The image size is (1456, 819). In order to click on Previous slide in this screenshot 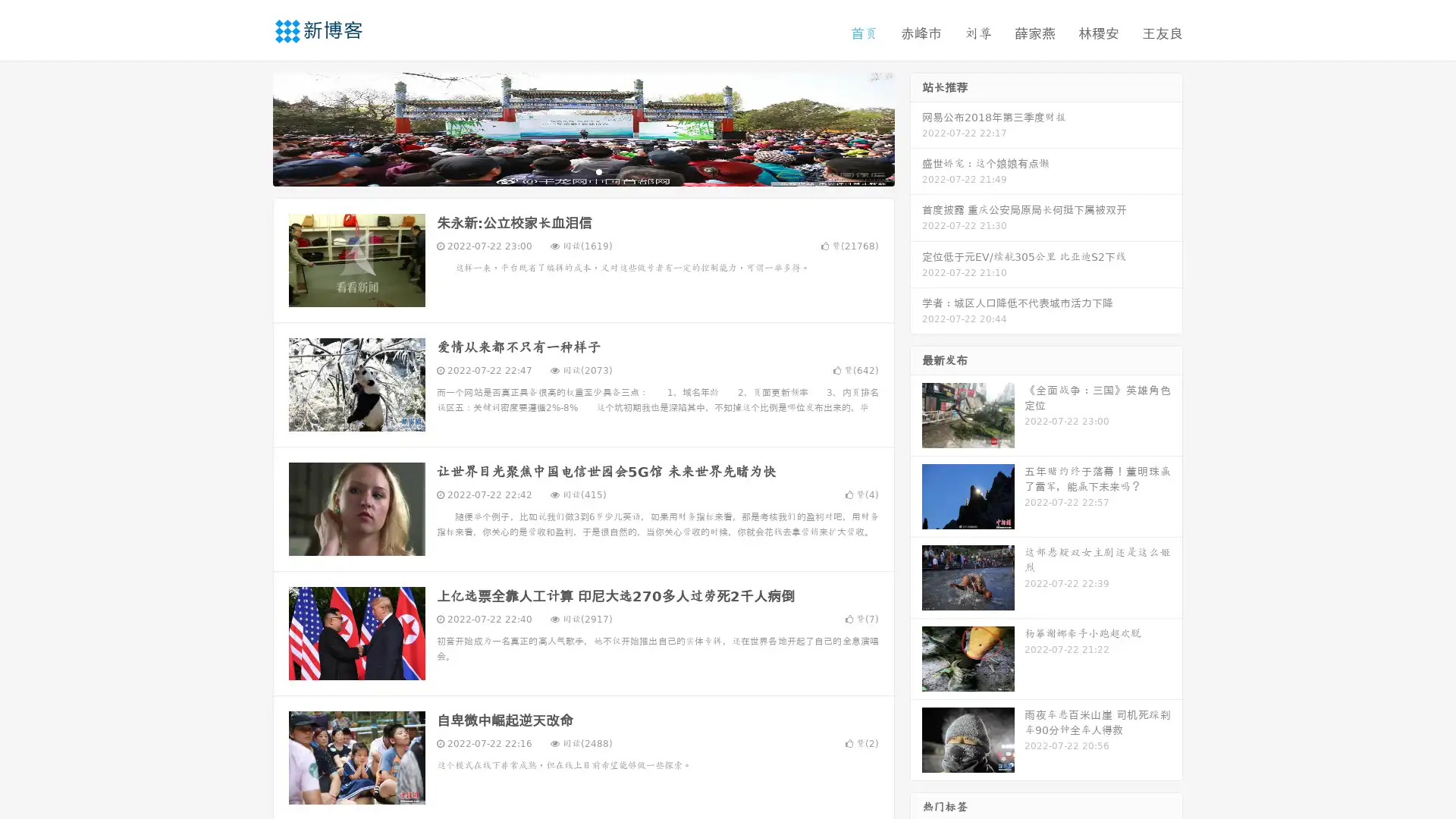, I will do `click(250, 127)`.